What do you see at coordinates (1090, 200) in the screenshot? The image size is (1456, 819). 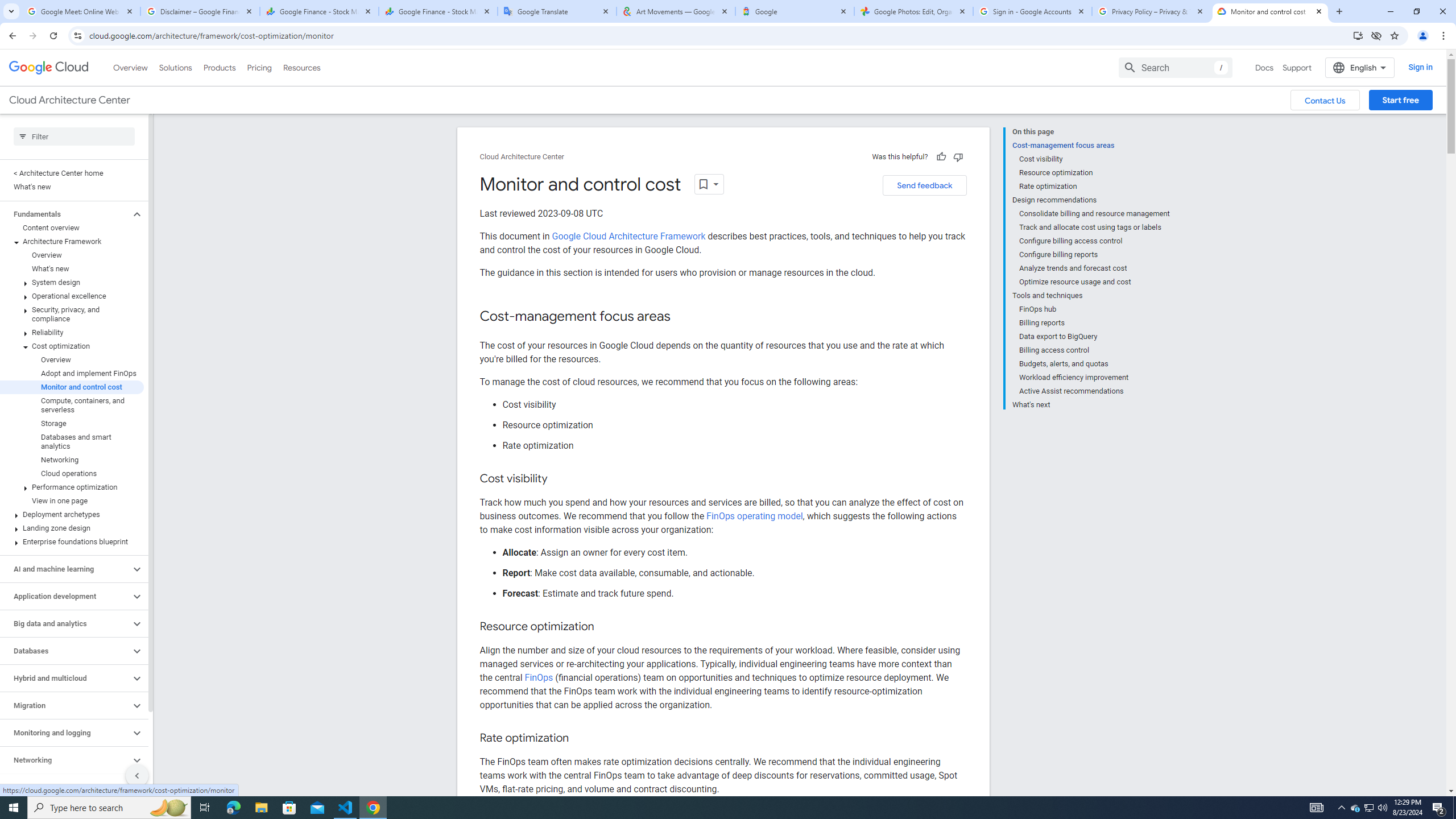 I see `'Design recommendations'` at bounding box center [1090, 200].